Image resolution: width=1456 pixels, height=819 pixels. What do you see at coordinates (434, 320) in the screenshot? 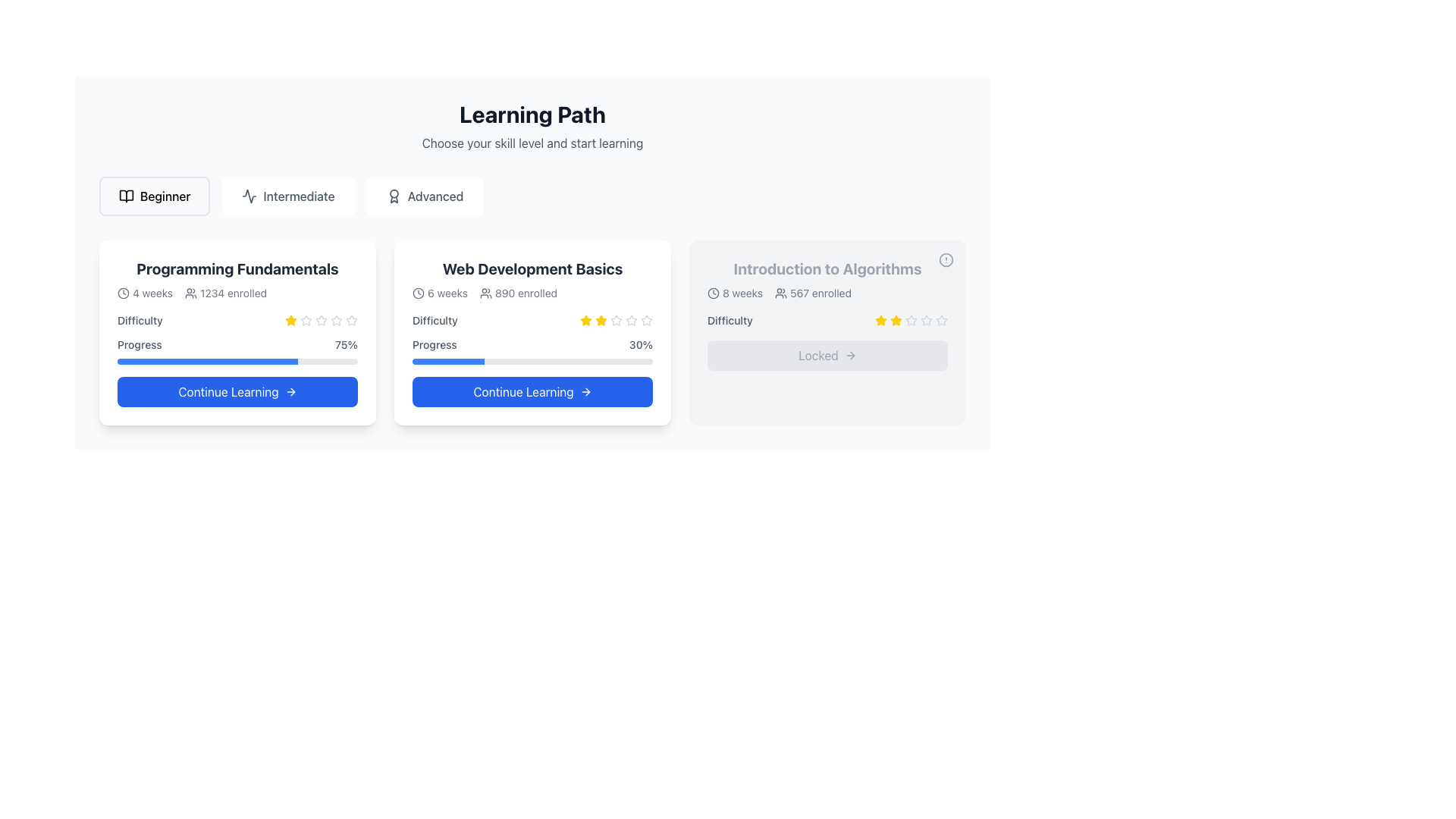
I see `the text label indicating the purpose of the associated star rating component located within the second card under the title 'Web Development Basics', above the progress bar and button, and preceding a series of star rating icons` at bounding box center [434, 320].